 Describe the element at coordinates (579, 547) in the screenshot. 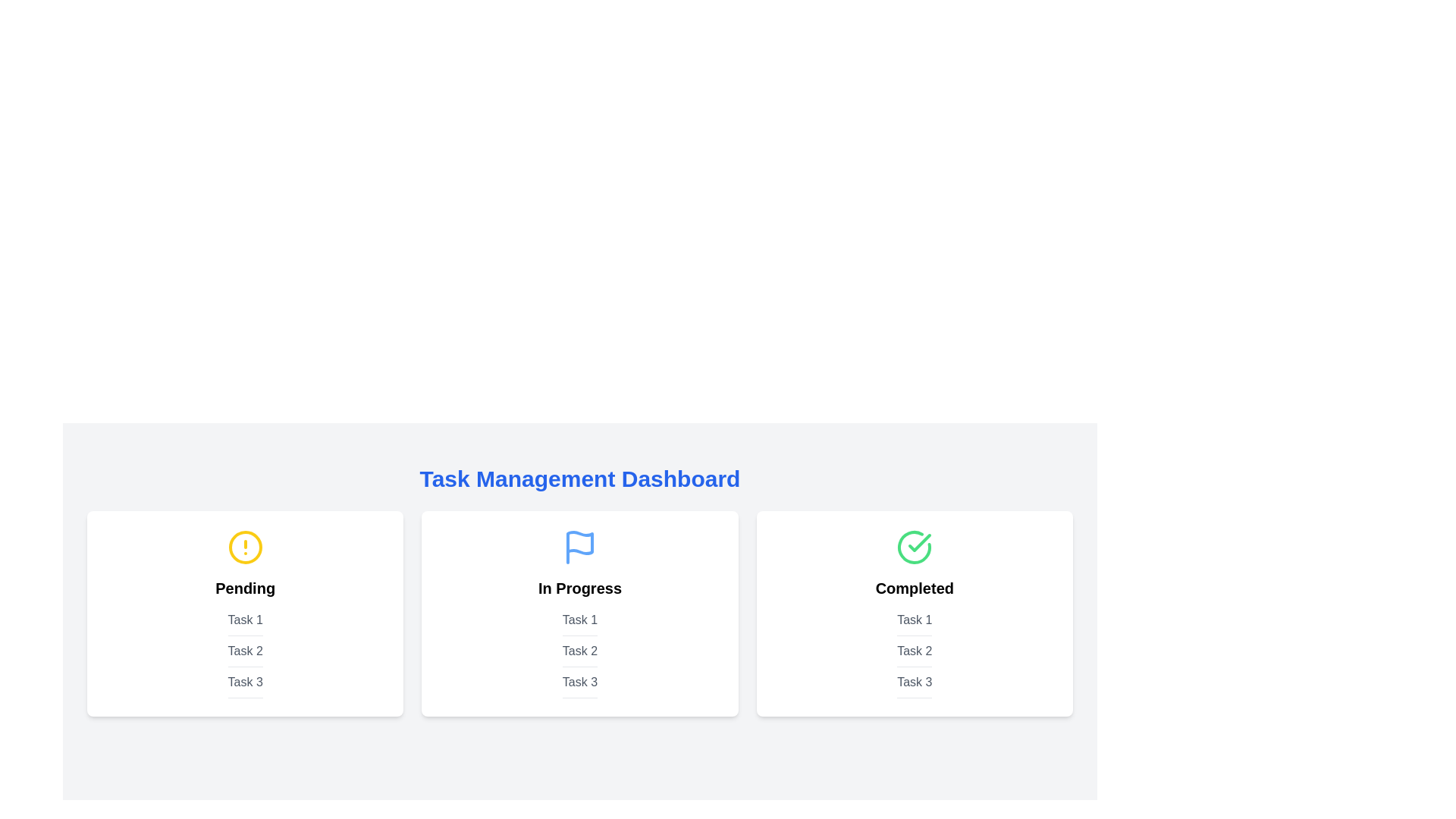

I see `the 'In Progress' status icon, which is centrally located above the text 'In Progress' in a three-column card layout` at that location.